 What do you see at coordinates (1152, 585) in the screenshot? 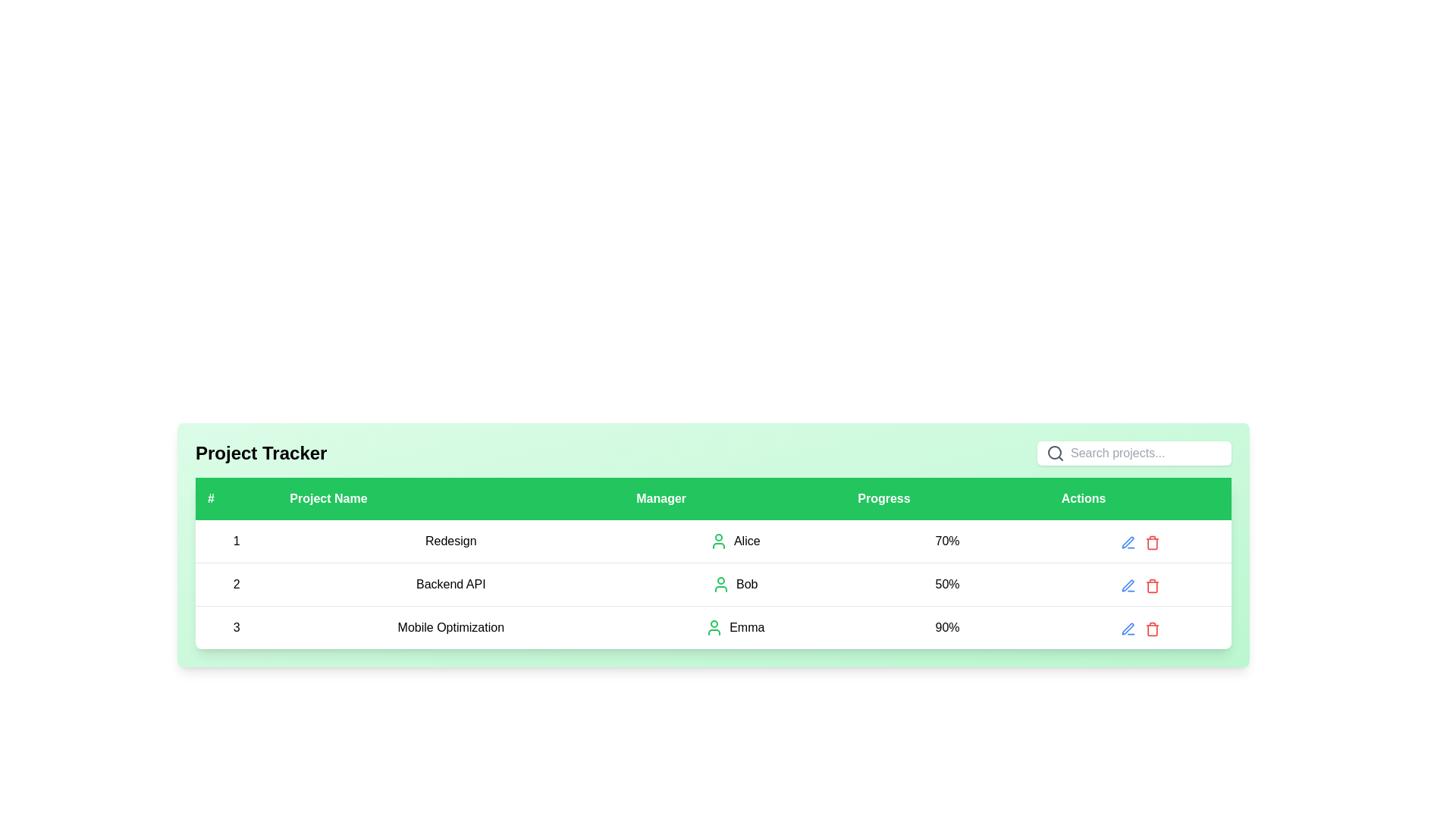
I see `the delete button represented by a trash icon, located as the third icon in the last column of the table under the 'Actions' header for the third row` at bounding box center [1152, 585].